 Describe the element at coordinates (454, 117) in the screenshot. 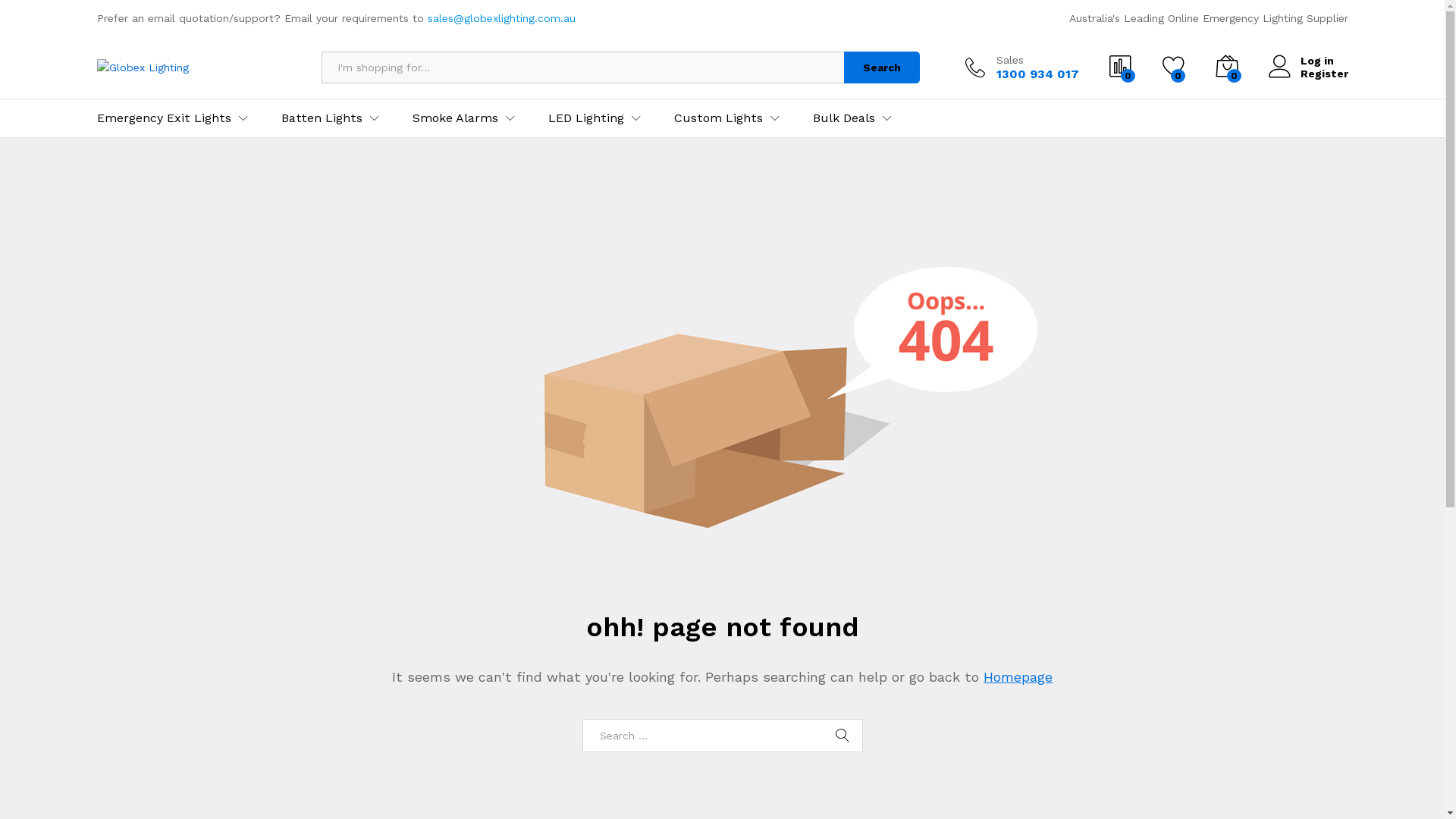

I see `'Smoke Alarms'` at that location.